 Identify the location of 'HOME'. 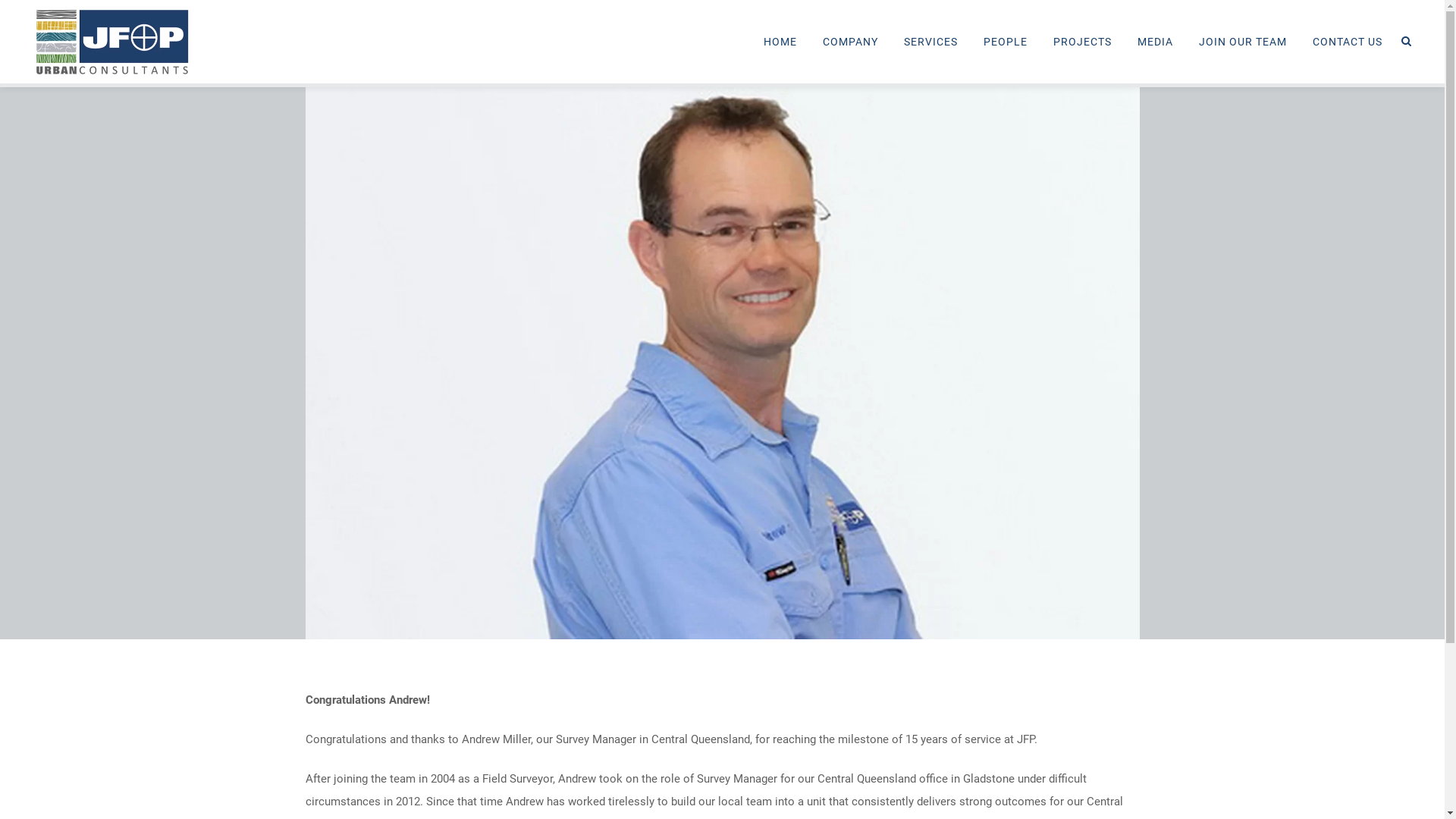
(780, 40).